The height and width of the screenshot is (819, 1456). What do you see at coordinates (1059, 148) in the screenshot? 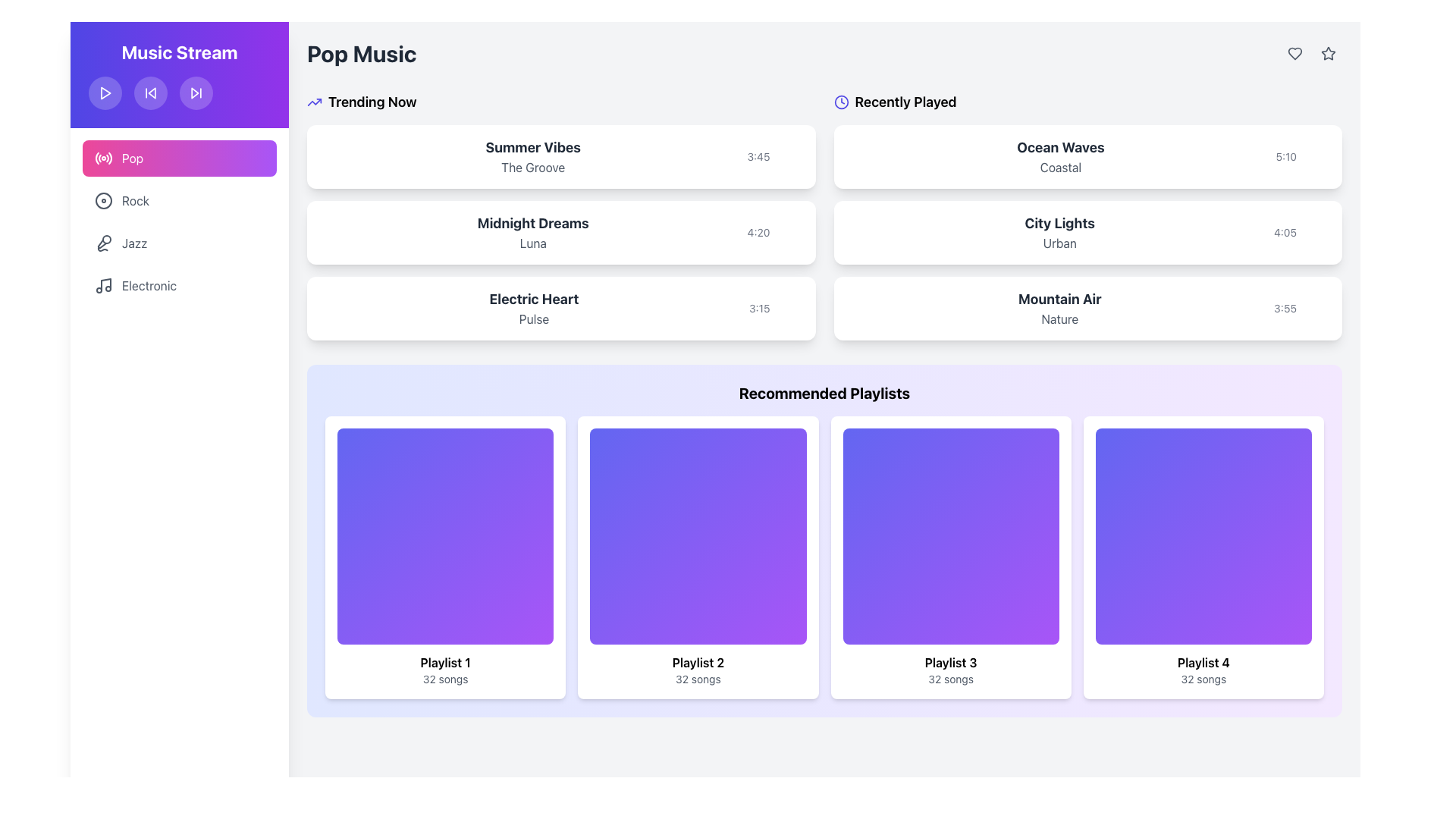
I see `the 'Ocean Waves' text label in the 'Recently Played' section, which is styled in bold, large font and is prominently displayed in grayish-black color` at bounding box center [1059, 148].